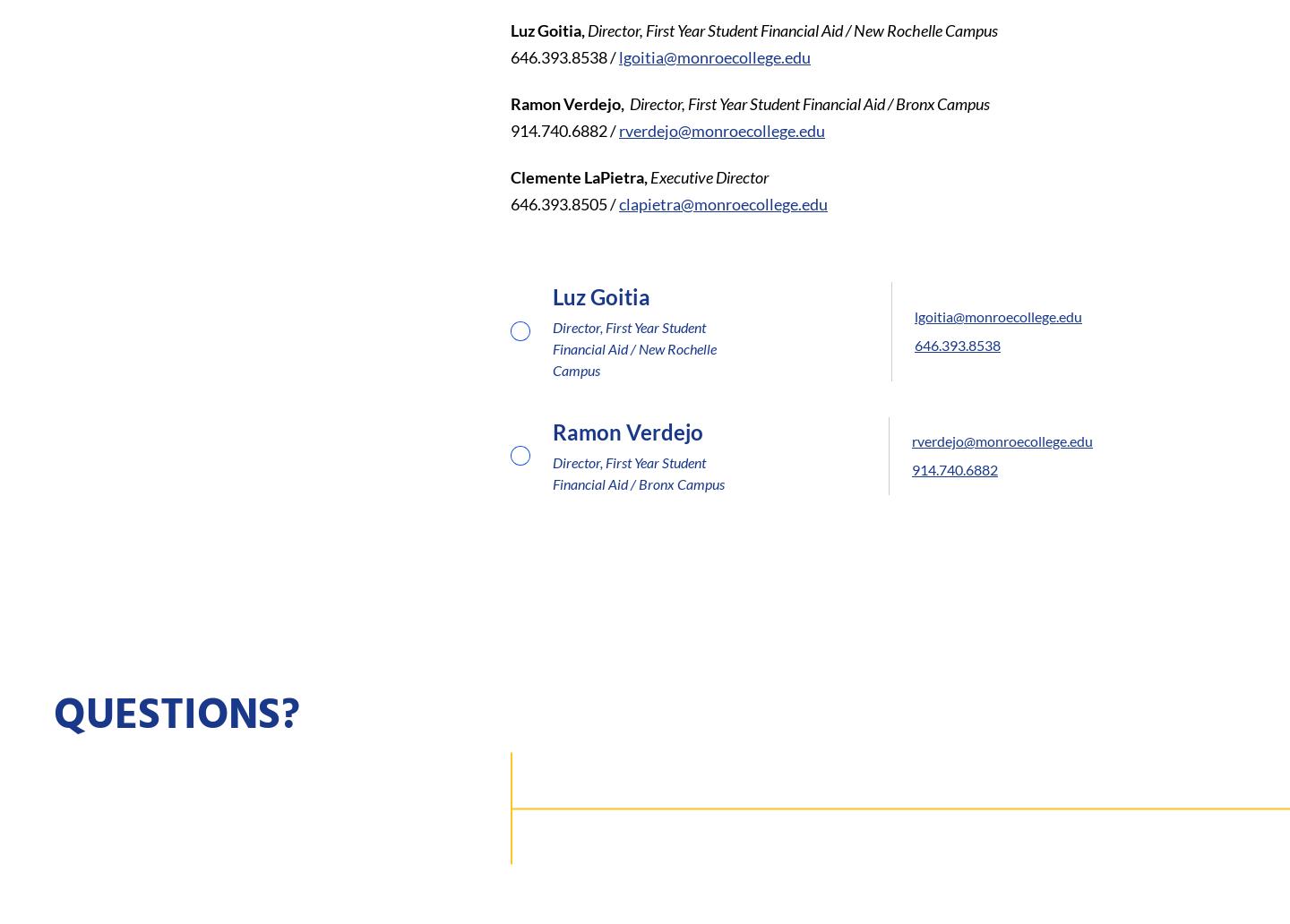 The height and width of the screenshot is (924, 1290). Describe the element at coordinates (568, 102) in the screenshot. I see `'Ramon Verdejo,'` at that location.